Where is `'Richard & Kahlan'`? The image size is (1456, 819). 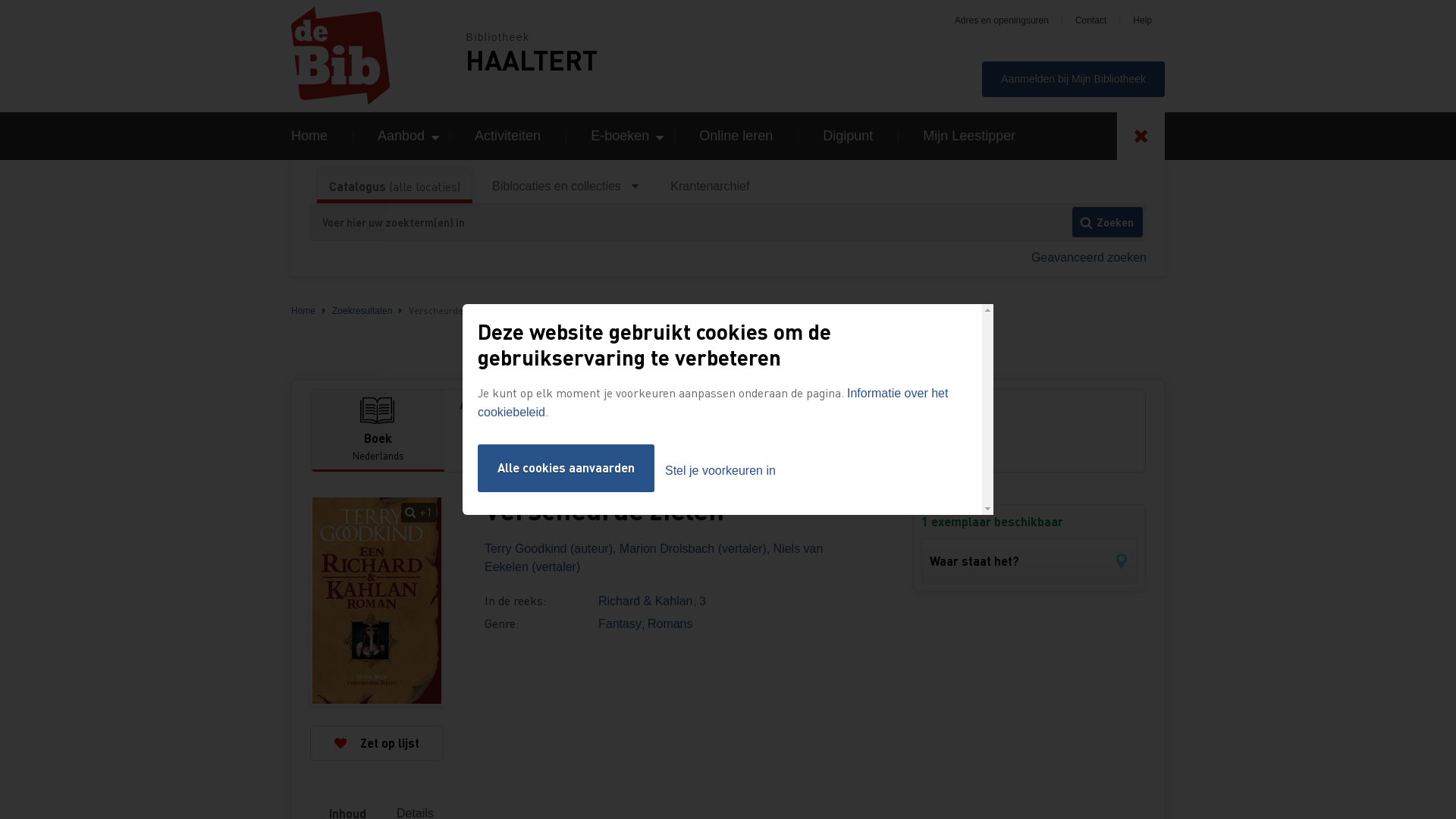
'Richard & Kahlan' is located at coordinates (597, 600).